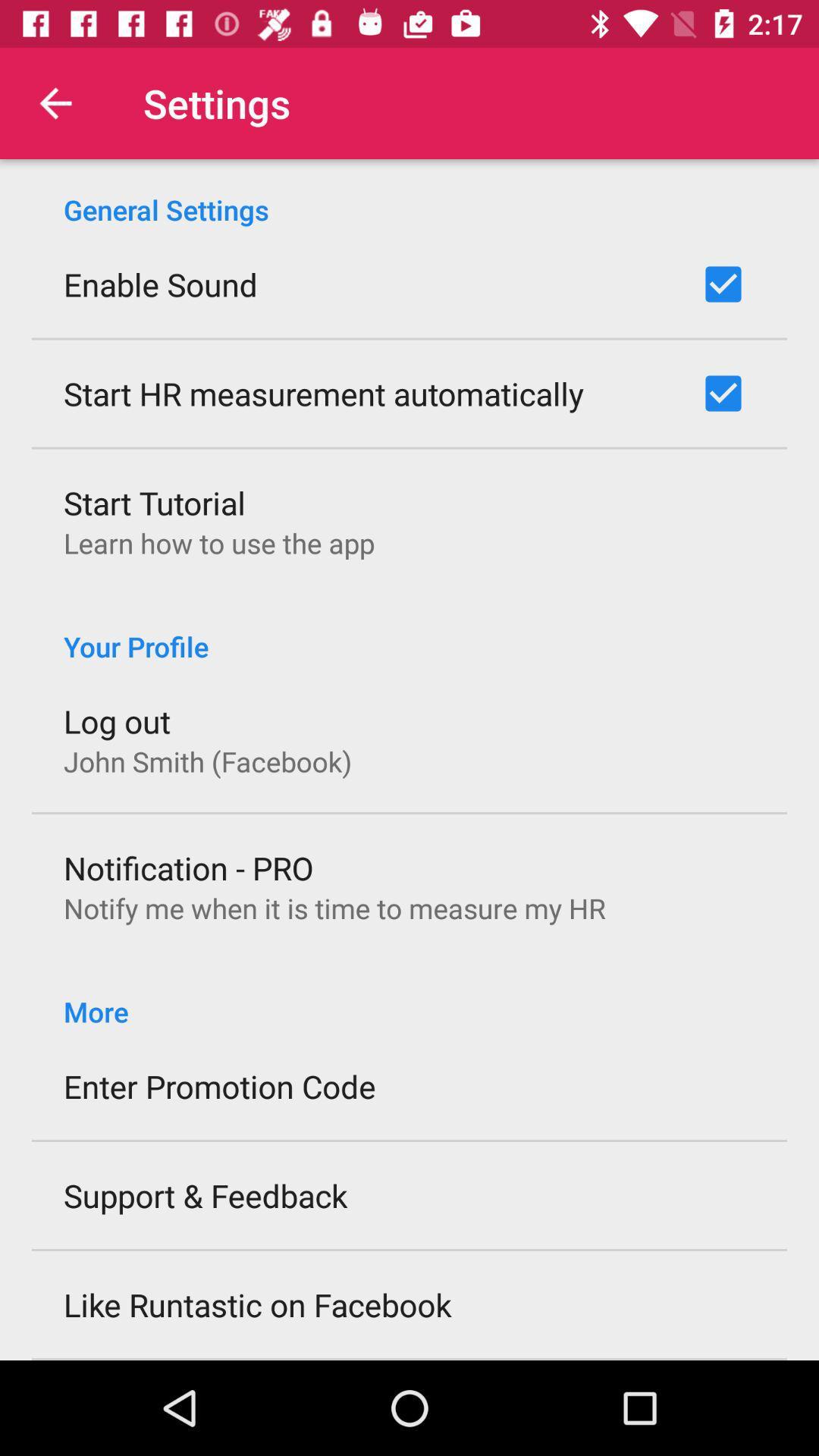 The width and height of the screenshot is (819, 1456). What do you see at coordinates (409, 996) in the screenshot?
I see `the icon above the enter promotion code item` at bounding box center [409, 996].